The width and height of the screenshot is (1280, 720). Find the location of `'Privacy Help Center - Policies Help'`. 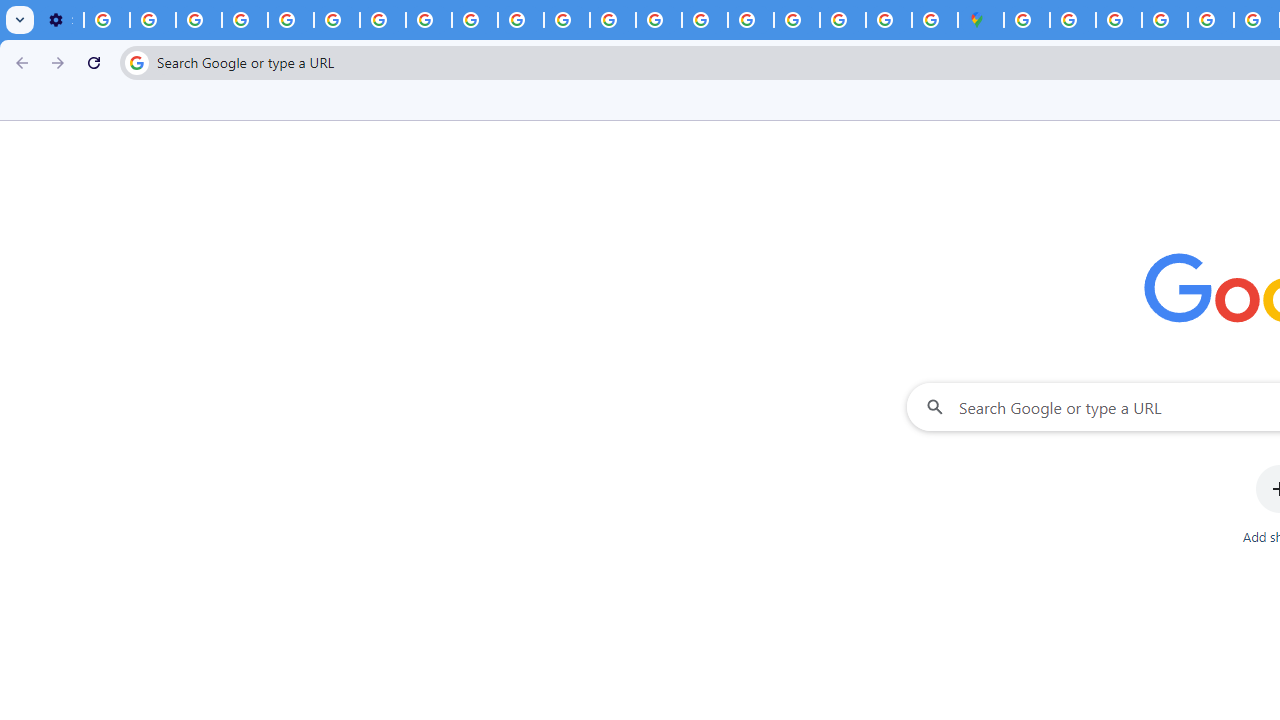

'Privacy Help Center - Policies Help' is located at coordinates (289, 20).